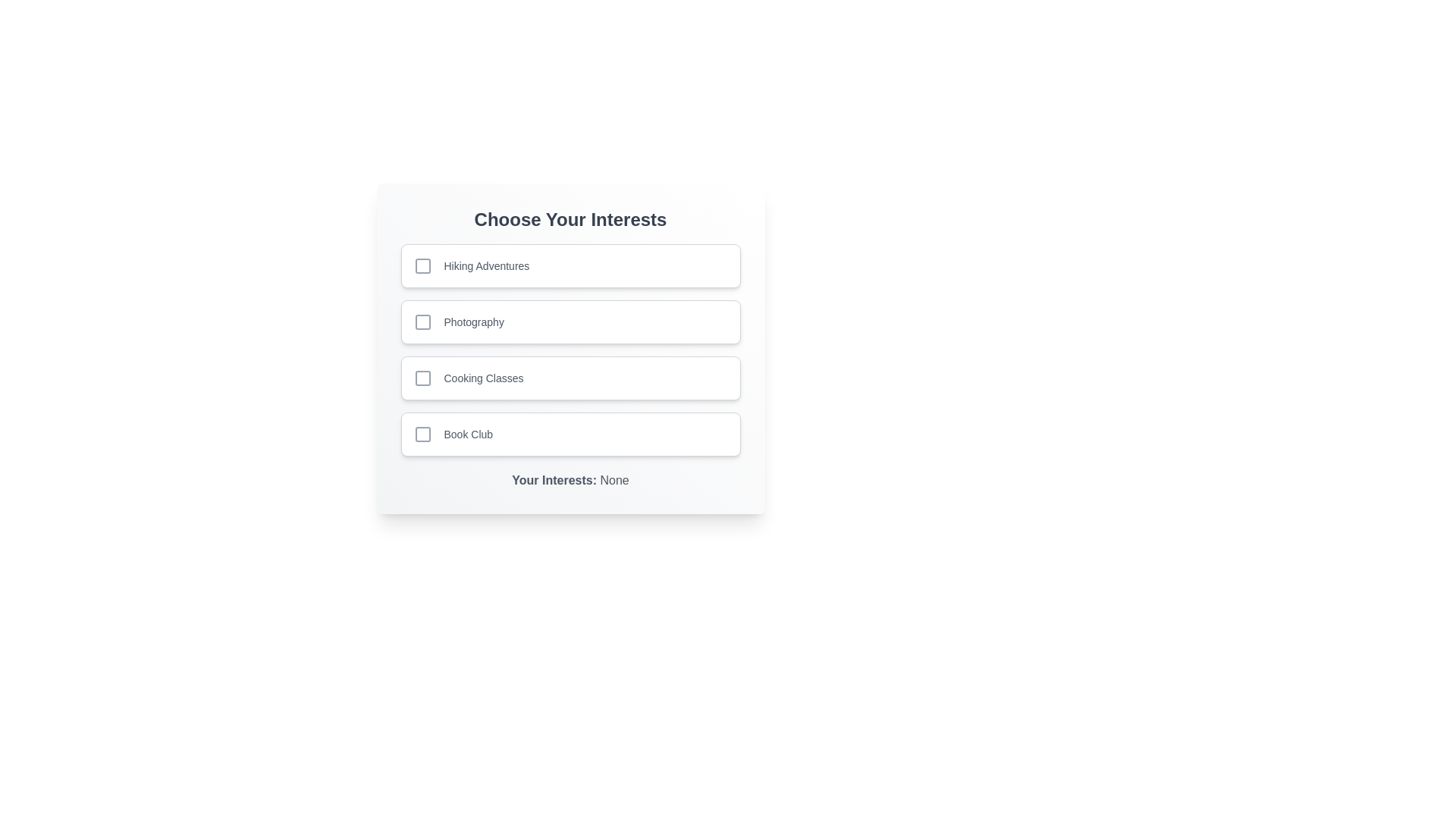 The width and height of the screenshot is (1456, 819). I want to click on the text label that describes the purpose of the associated list item for 'Cooking Classes', which is located between 'Photography' and 'Book Club', so click(483, 377).